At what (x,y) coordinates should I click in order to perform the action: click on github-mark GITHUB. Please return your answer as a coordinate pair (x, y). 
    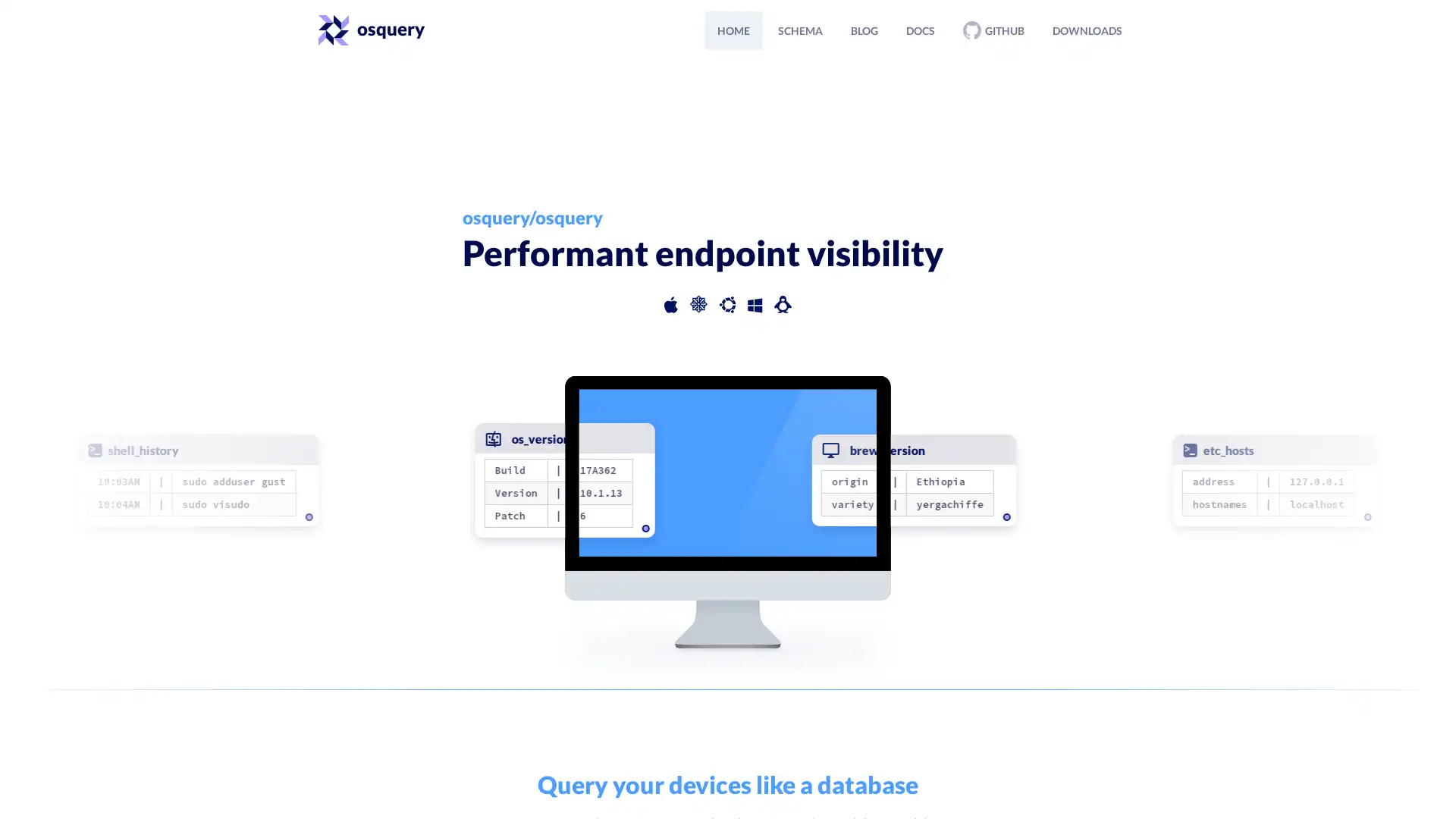
    Looking at the image, I should click on (993, 30).